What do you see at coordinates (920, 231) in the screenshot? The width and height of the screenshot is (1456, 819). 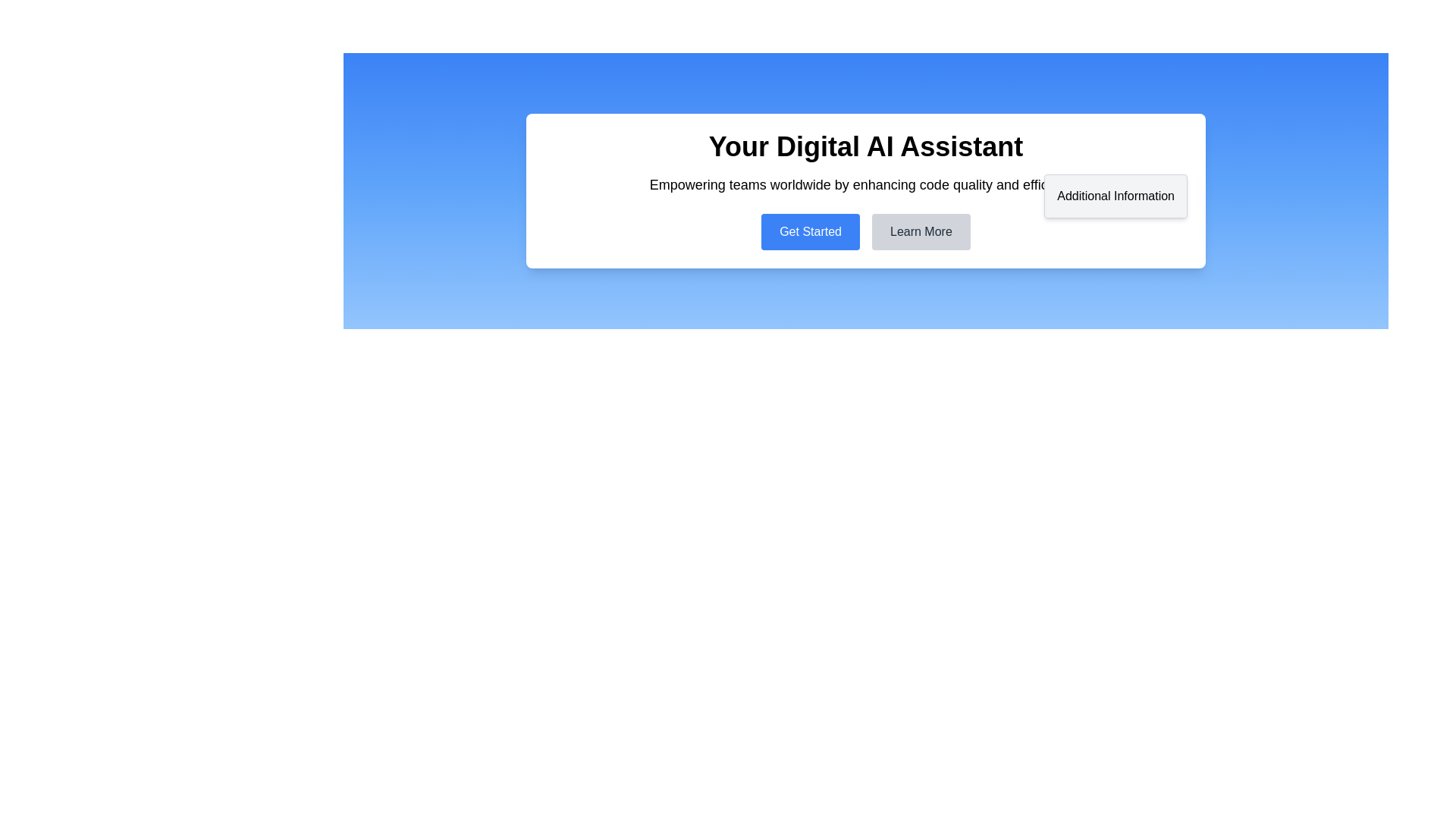 I see `the 'Learn More' button, which is a rectangular button with a gray background and black text, located to the right of the 'Get Started' button at the lower center of the white card` at bounding box center [920, 231].